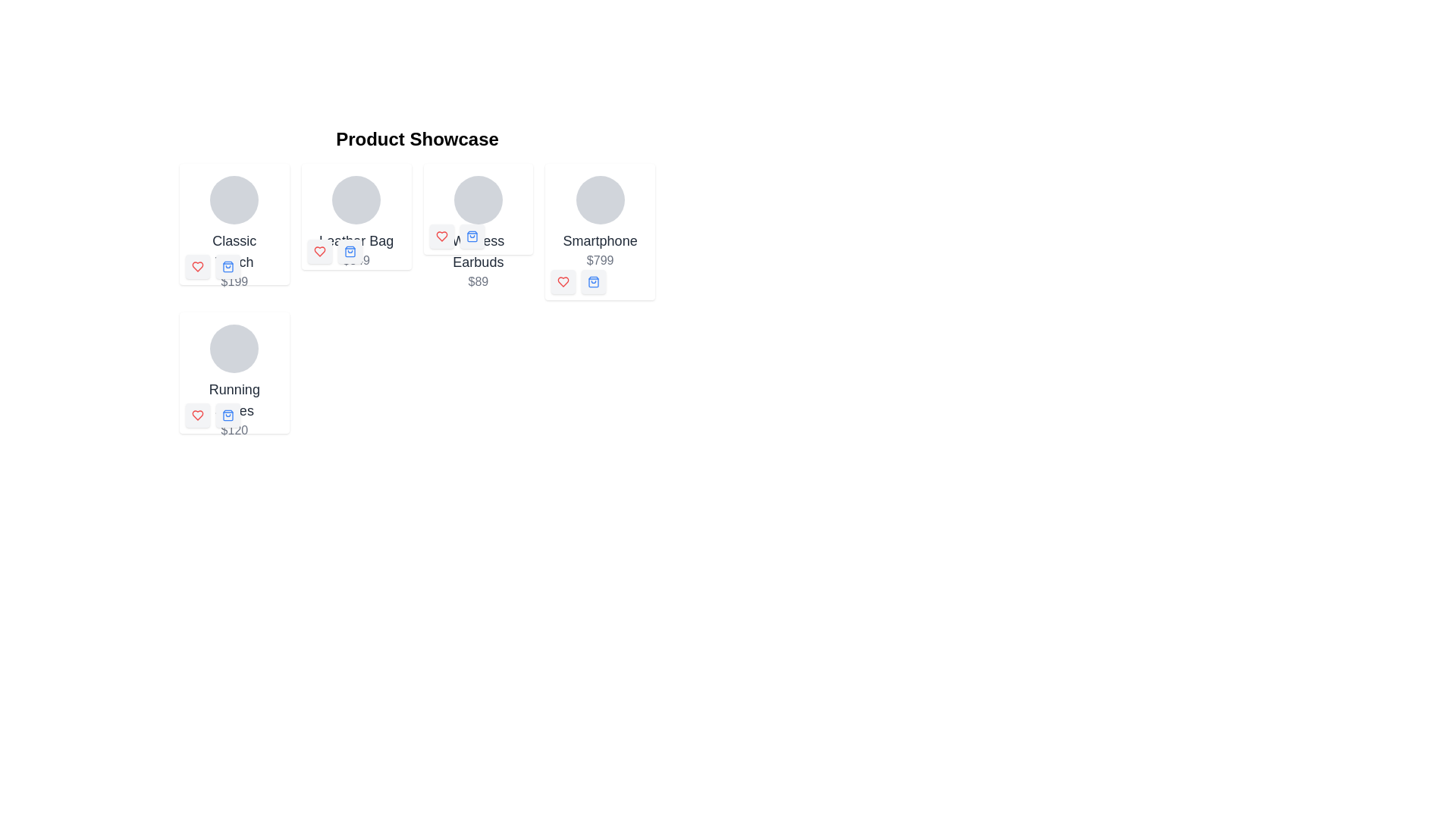 The image size is (1456, 819). I want to click on the shopping bag icon in the dual icon group located at the bottom-left section of the 'Wireless Earbuds' product card, so click(456, 237).